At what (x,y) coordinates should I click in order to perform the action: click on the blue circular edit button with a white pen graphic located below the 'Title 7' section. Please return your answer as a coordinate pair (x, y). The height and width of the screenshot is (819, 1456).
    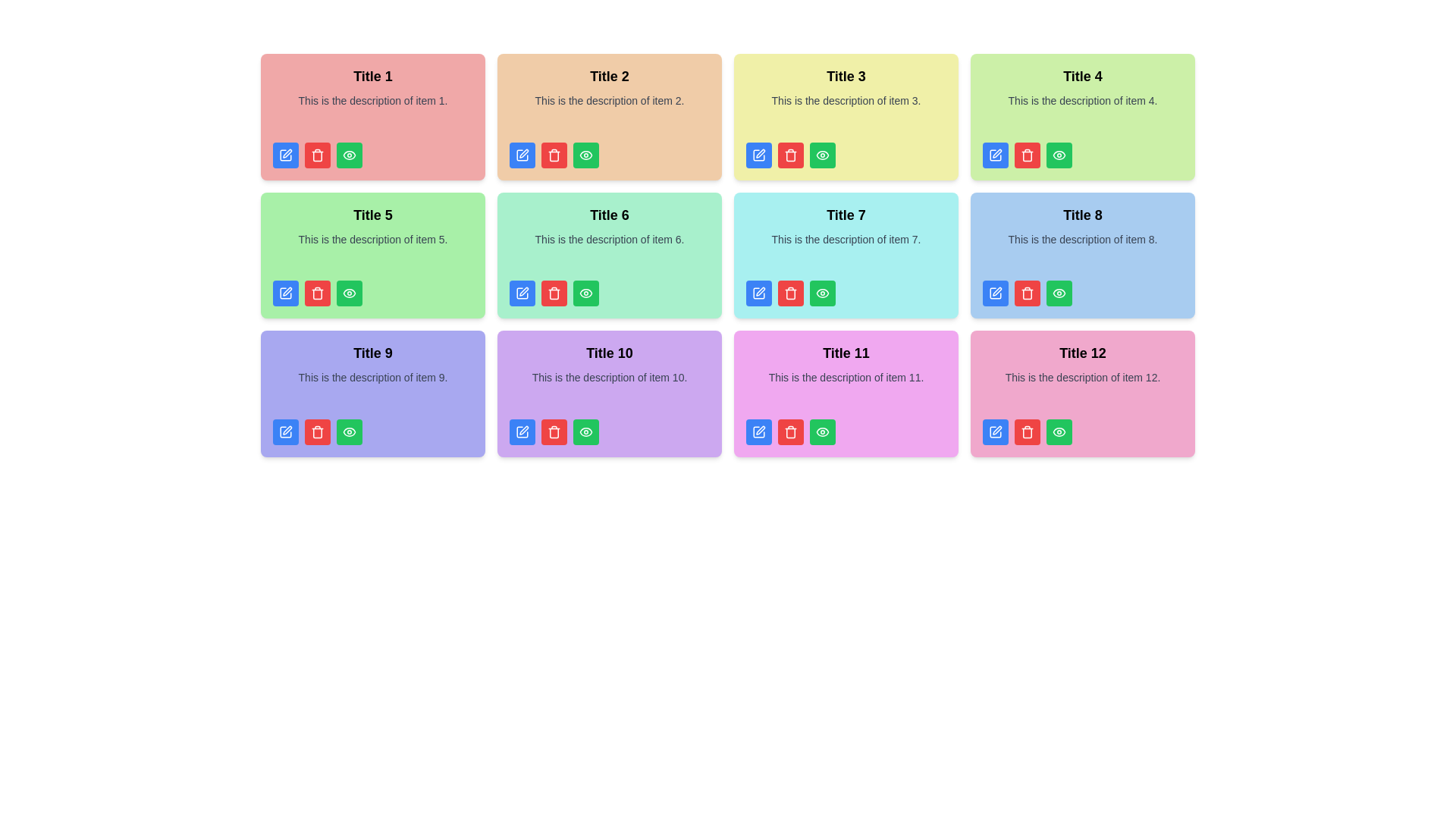
    Looking at the image, I should click on (759, 293).